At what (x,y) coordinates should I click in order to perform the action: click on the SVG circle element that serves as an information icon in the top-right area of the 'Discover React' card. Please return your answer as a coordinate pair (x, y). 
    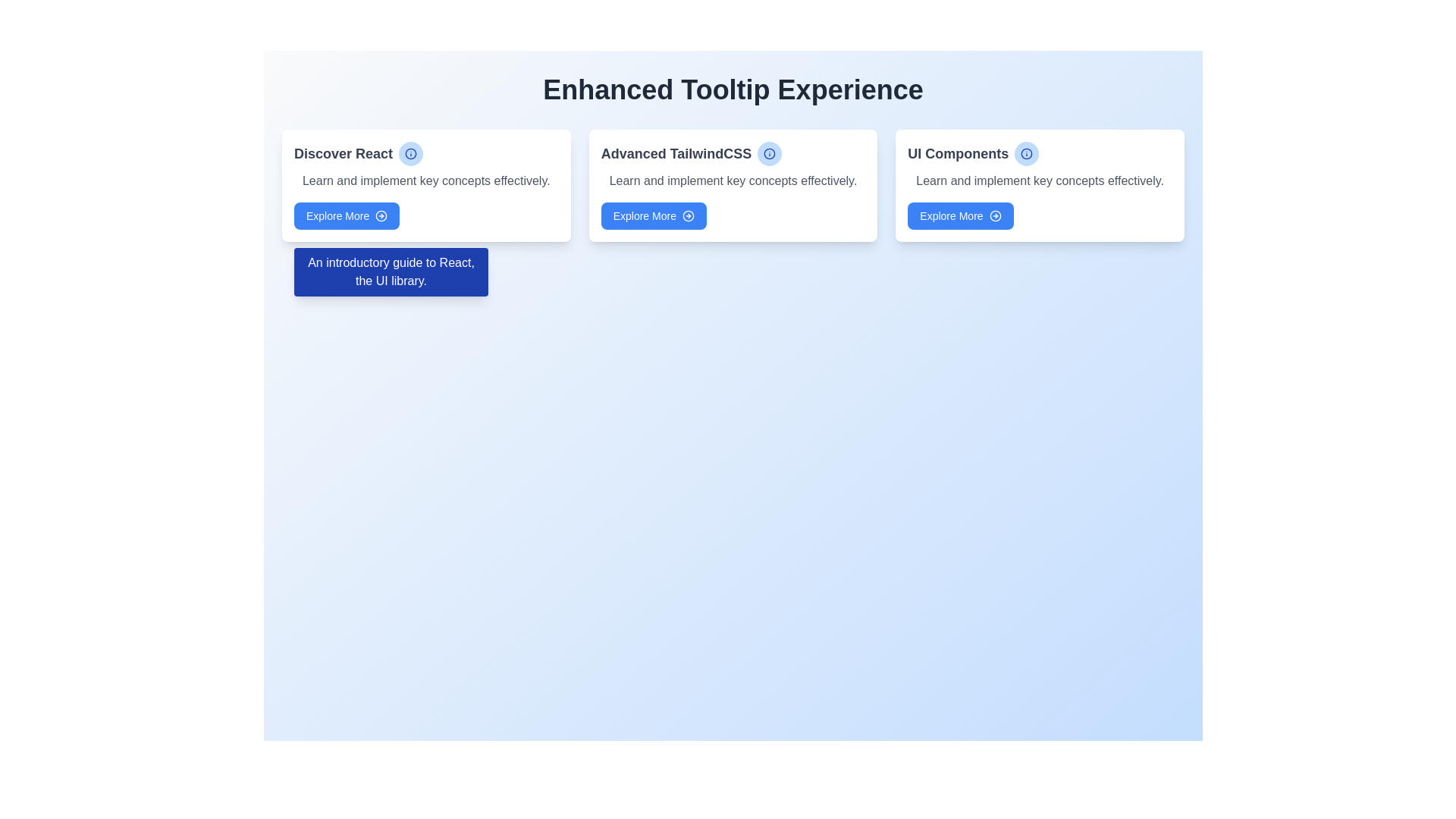
    Looking at the image, I should click on (411, 154).